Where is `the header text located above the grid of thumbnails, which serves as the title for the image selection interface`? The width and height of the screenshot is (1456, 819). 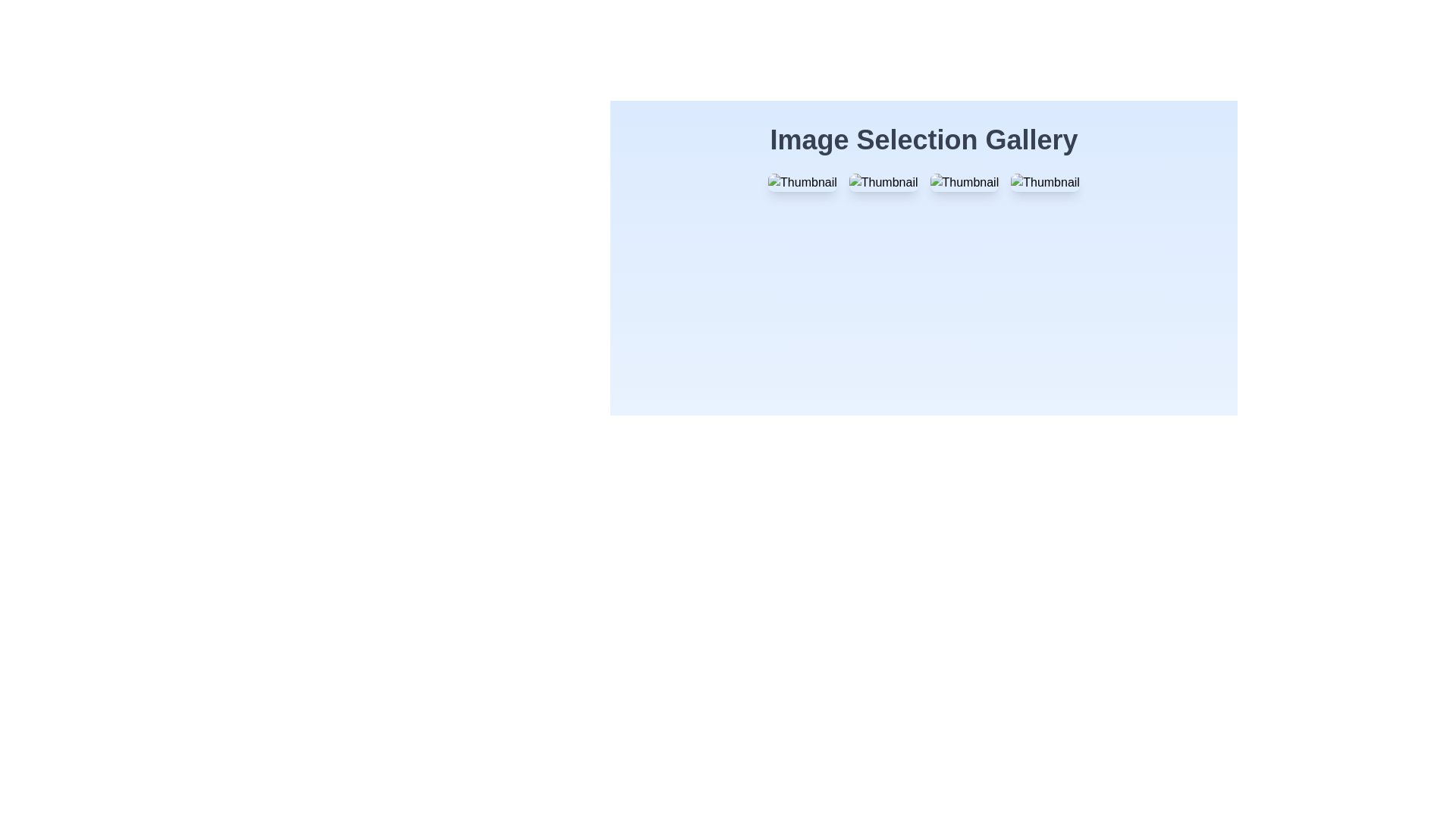
the header text located above the grid of thumbnails, which serves as the title for the image selection interface is located at coordinates (923, 140).